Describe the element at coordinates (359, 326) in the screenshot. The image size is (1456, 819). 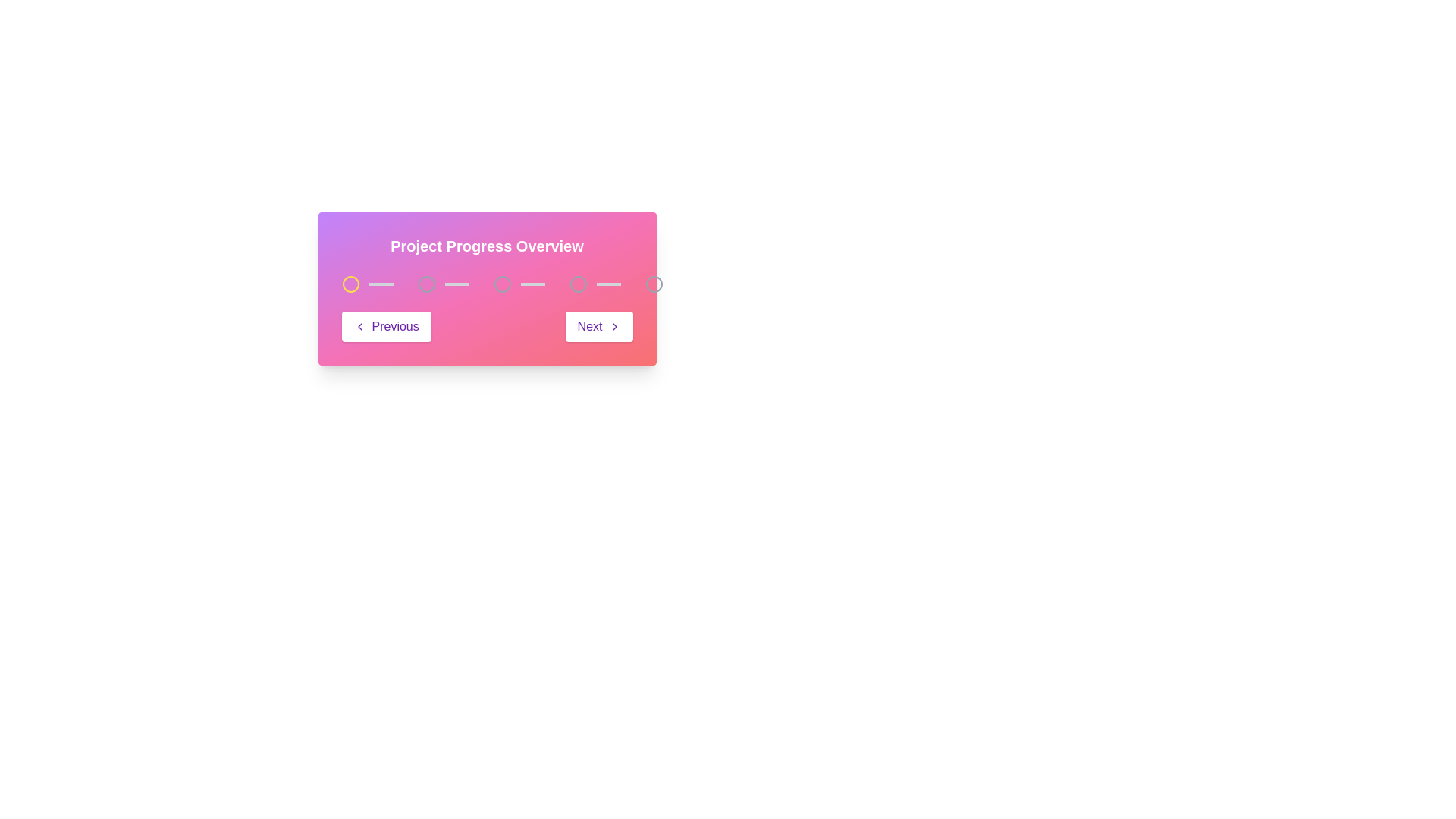
I see `the left-pointing chevron icon within the 'Previous' button, which indicates a backward navigation action in the progress-tracking interface` at that location.